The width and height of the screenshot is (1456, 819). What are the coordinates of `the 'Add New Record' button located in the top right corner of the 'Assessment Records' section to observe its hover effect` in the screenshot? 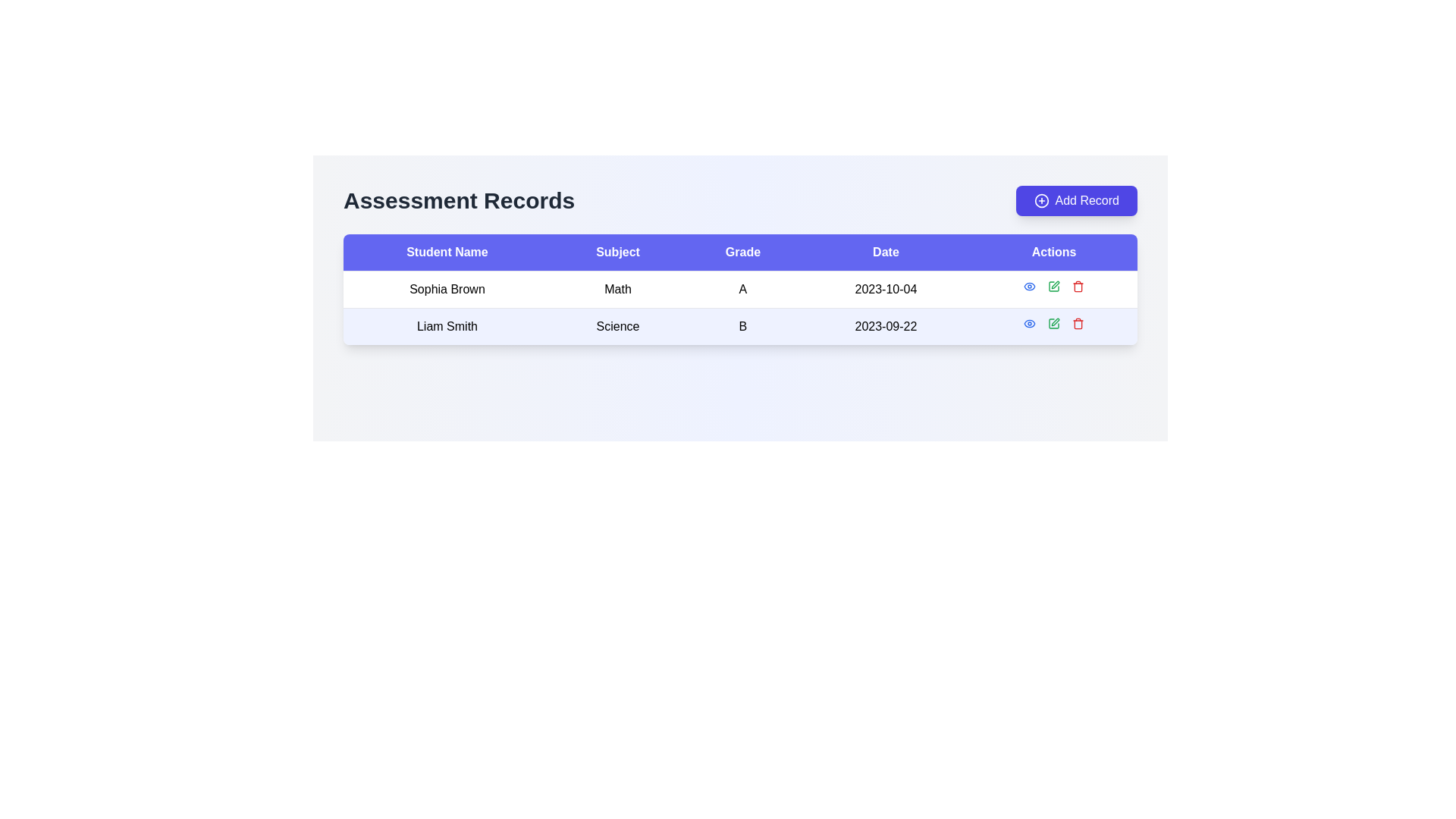 It's located at (1075, 200).